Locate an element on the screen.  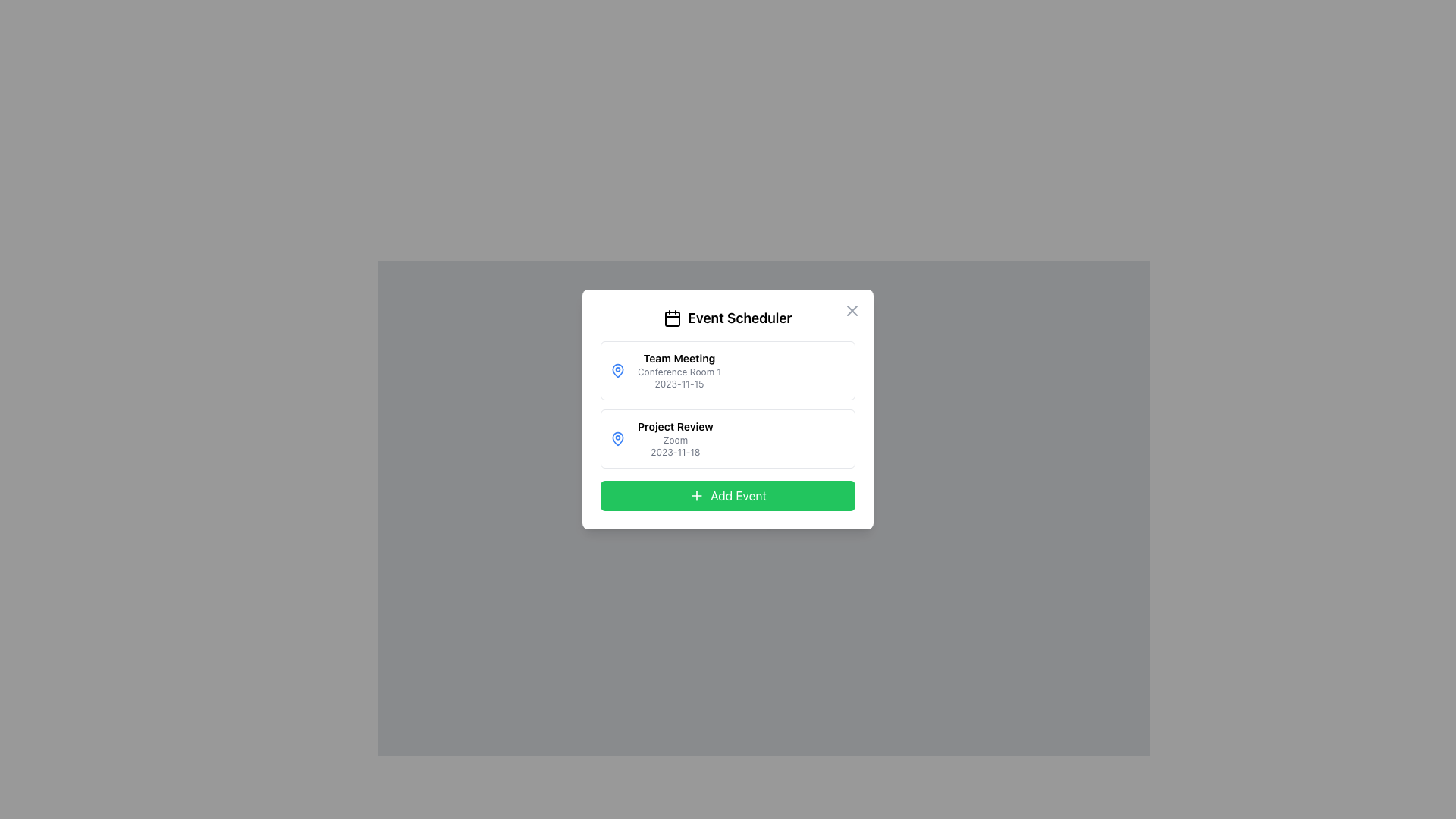
the informational block detailing the upcoming event, which is the second entry in the 'Event Scheduler' modal is located at coordinates (674, 438).